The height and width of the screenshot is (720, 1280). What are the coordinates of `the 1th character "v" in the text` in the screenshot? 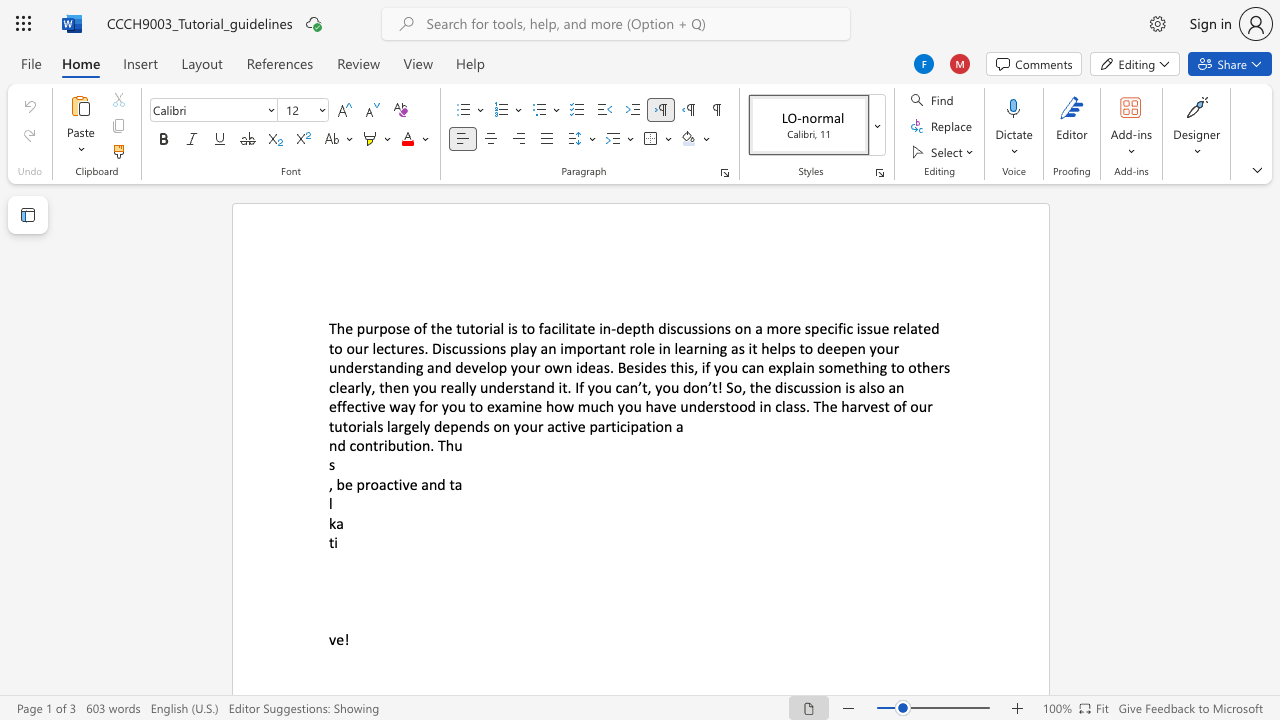 It's located at (474, 367).